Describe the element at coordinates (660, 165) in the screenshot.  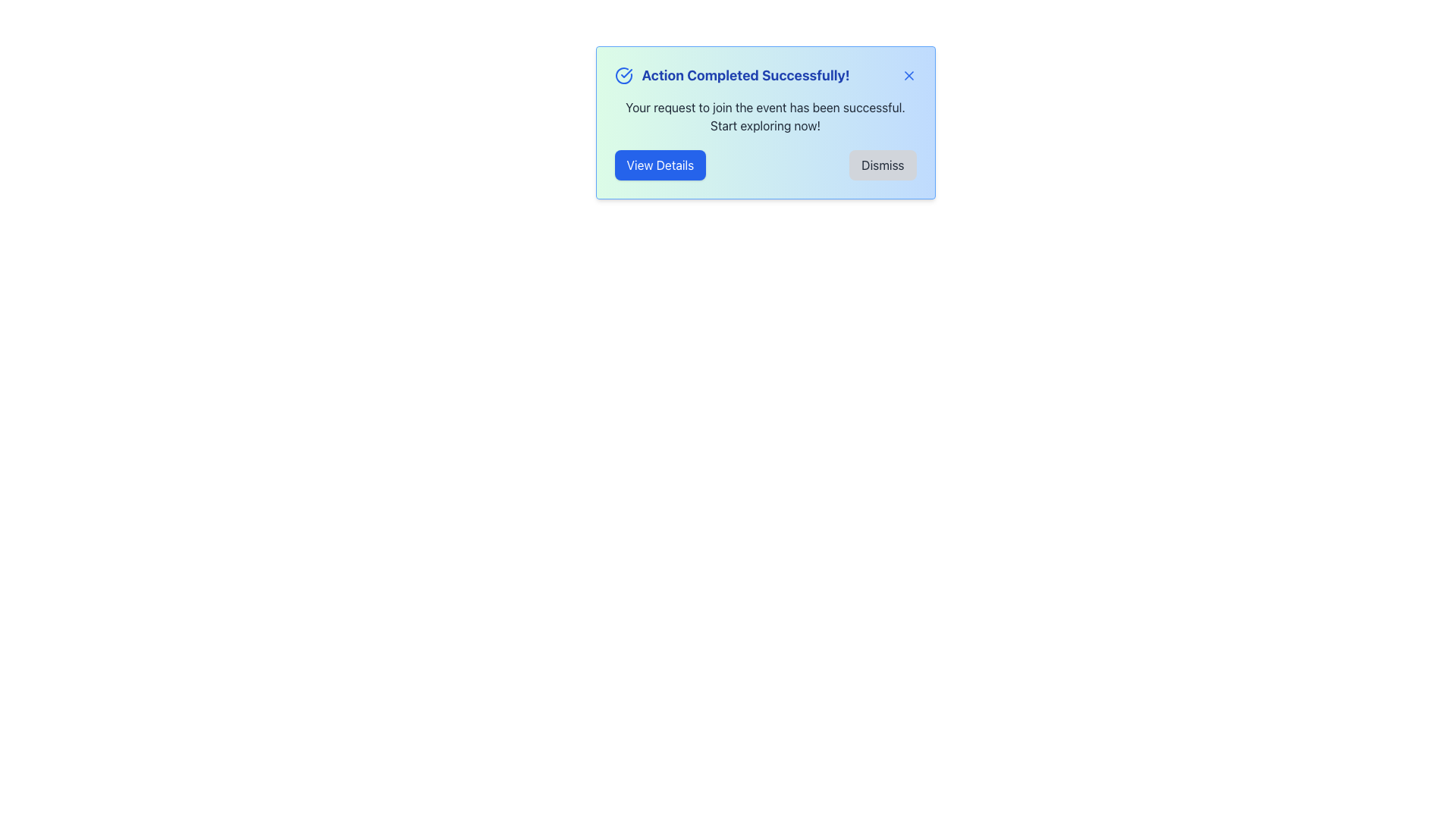
I see `the 'View Details' button, which is a rounded blue button with white text, located at the bottom-left corner of the popup` at that location.